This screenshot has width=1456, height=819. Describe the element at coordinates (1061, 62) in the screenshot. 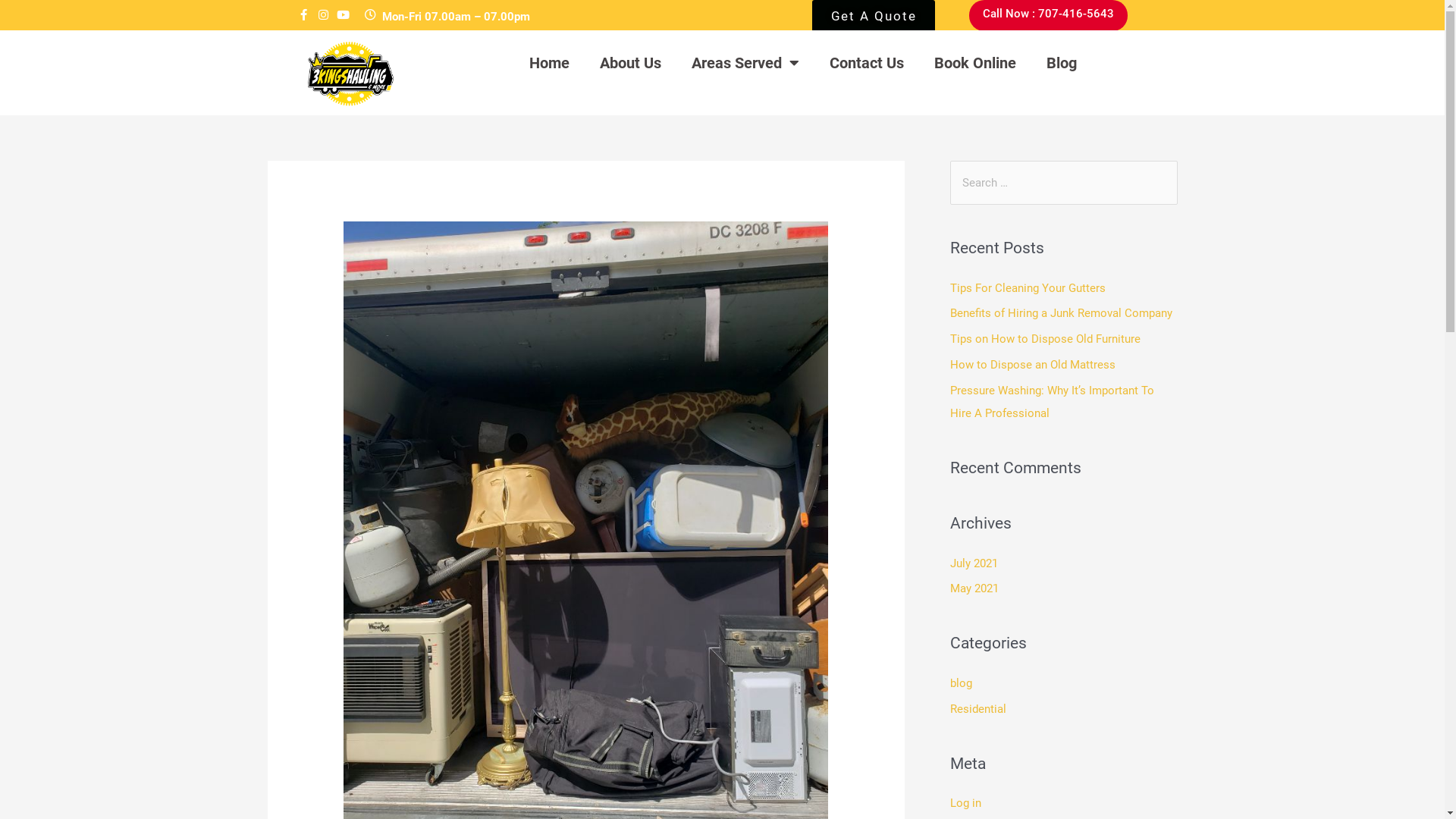

I see `'Blog'` at that location.